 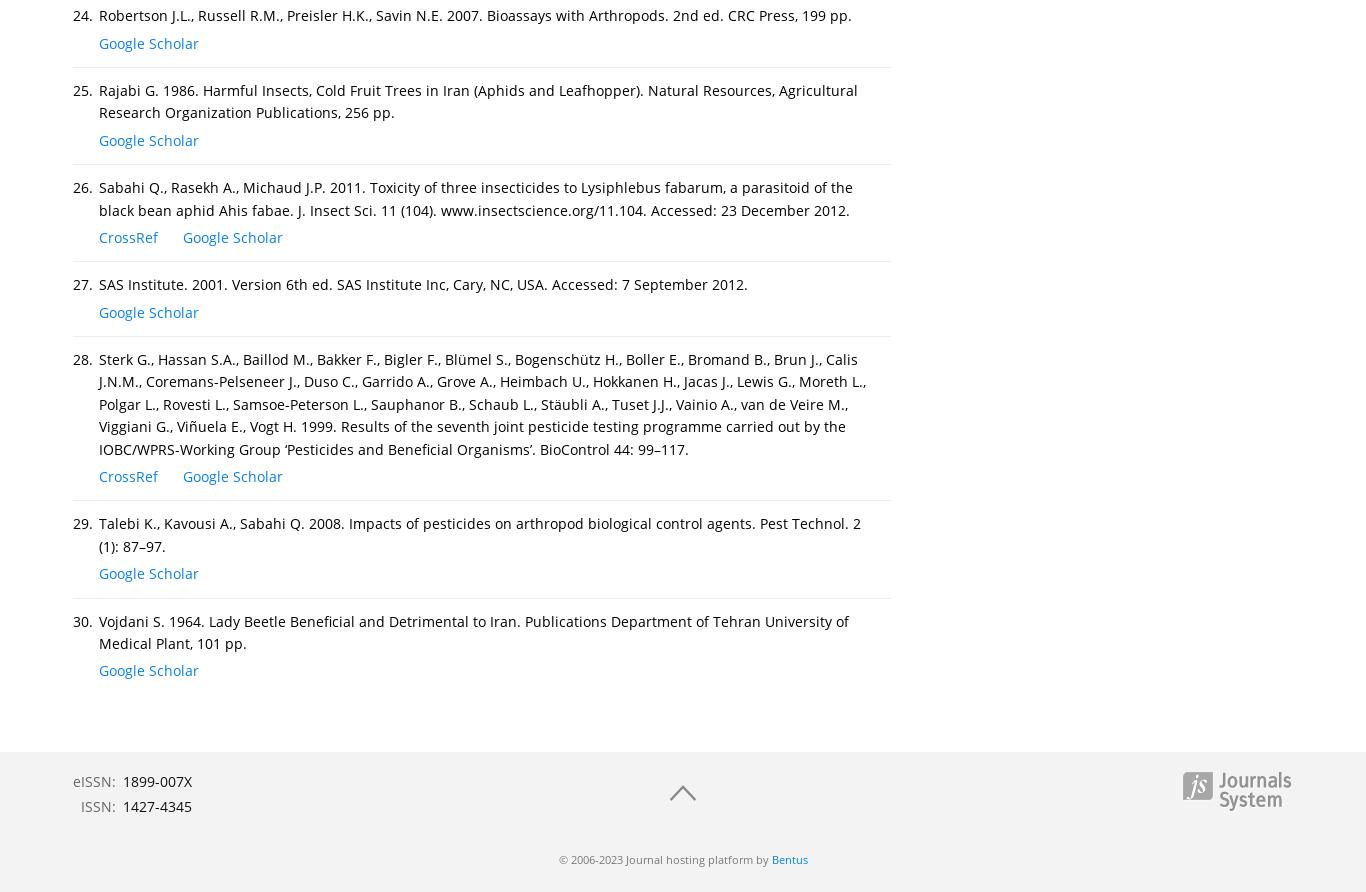 What do you see at coordinates (94, 780) in the screenshot?
I see `'eISSN:'` at bounding box center [94, 780].